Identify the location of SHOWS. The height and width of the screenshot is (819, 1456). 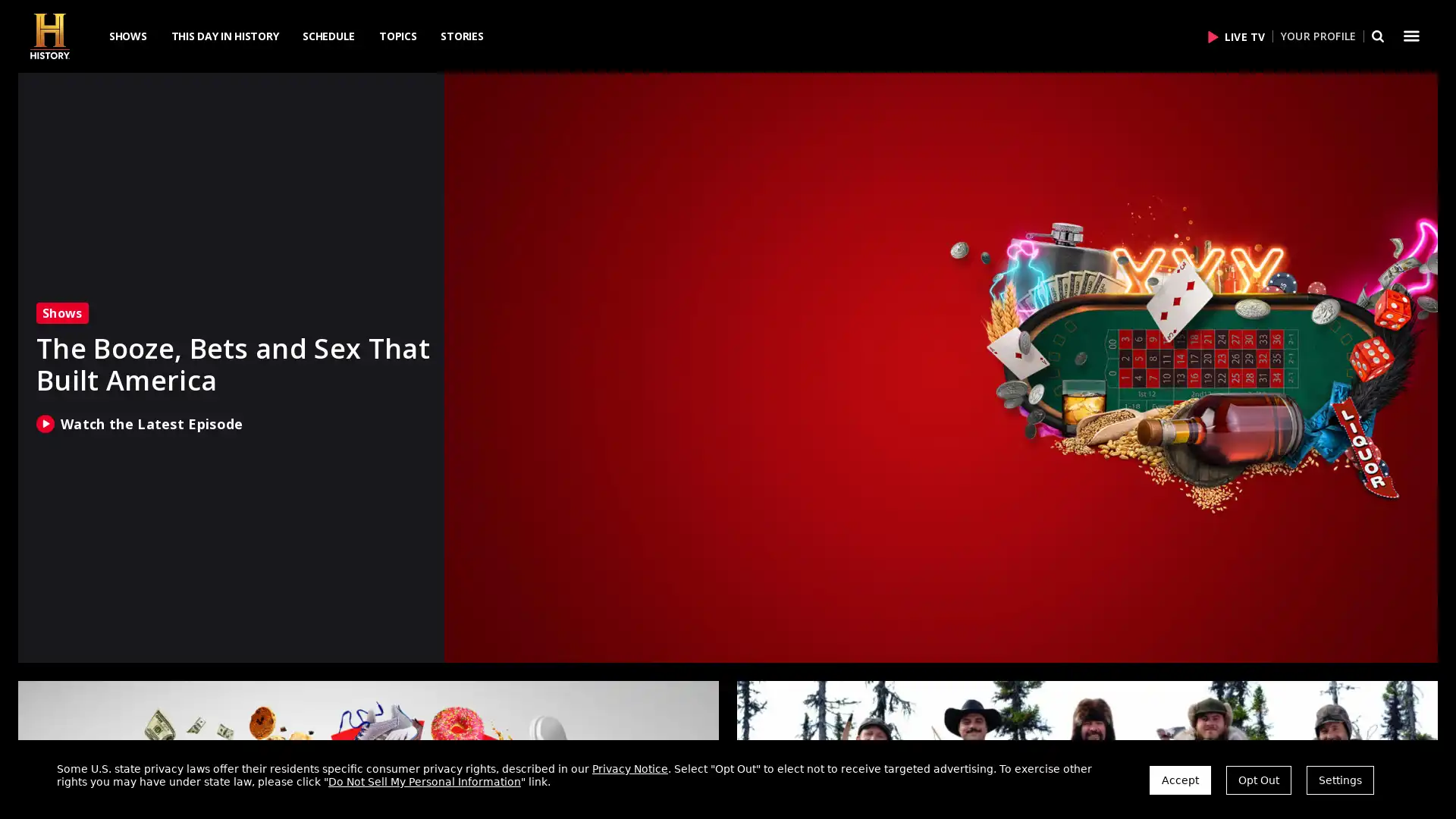
(127, 35).